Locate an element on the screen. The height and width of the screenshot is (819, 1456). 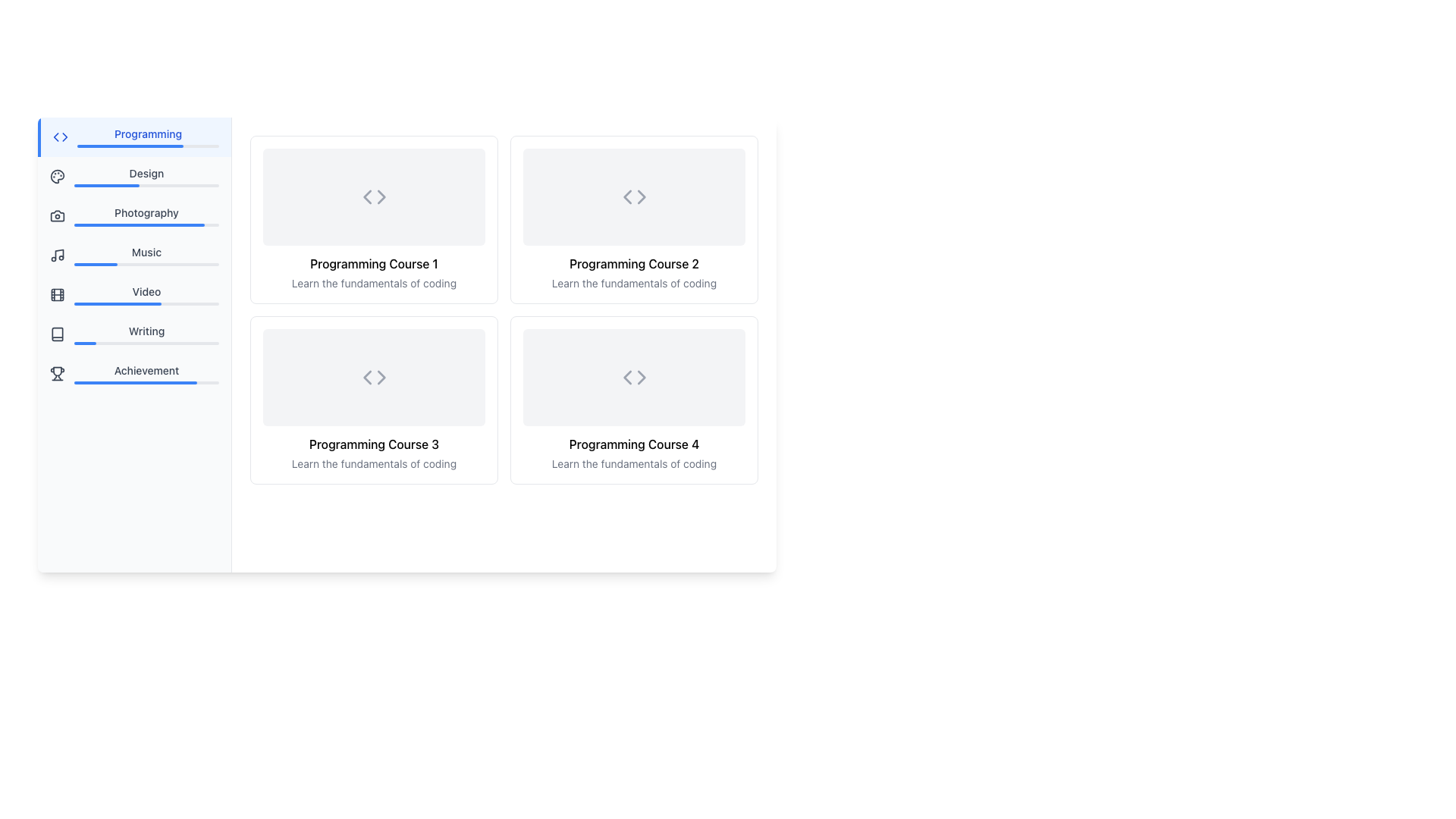
the title text of the second programming course displayed in the upper row, second card of the grid layout is located at coordinates (634, 262).